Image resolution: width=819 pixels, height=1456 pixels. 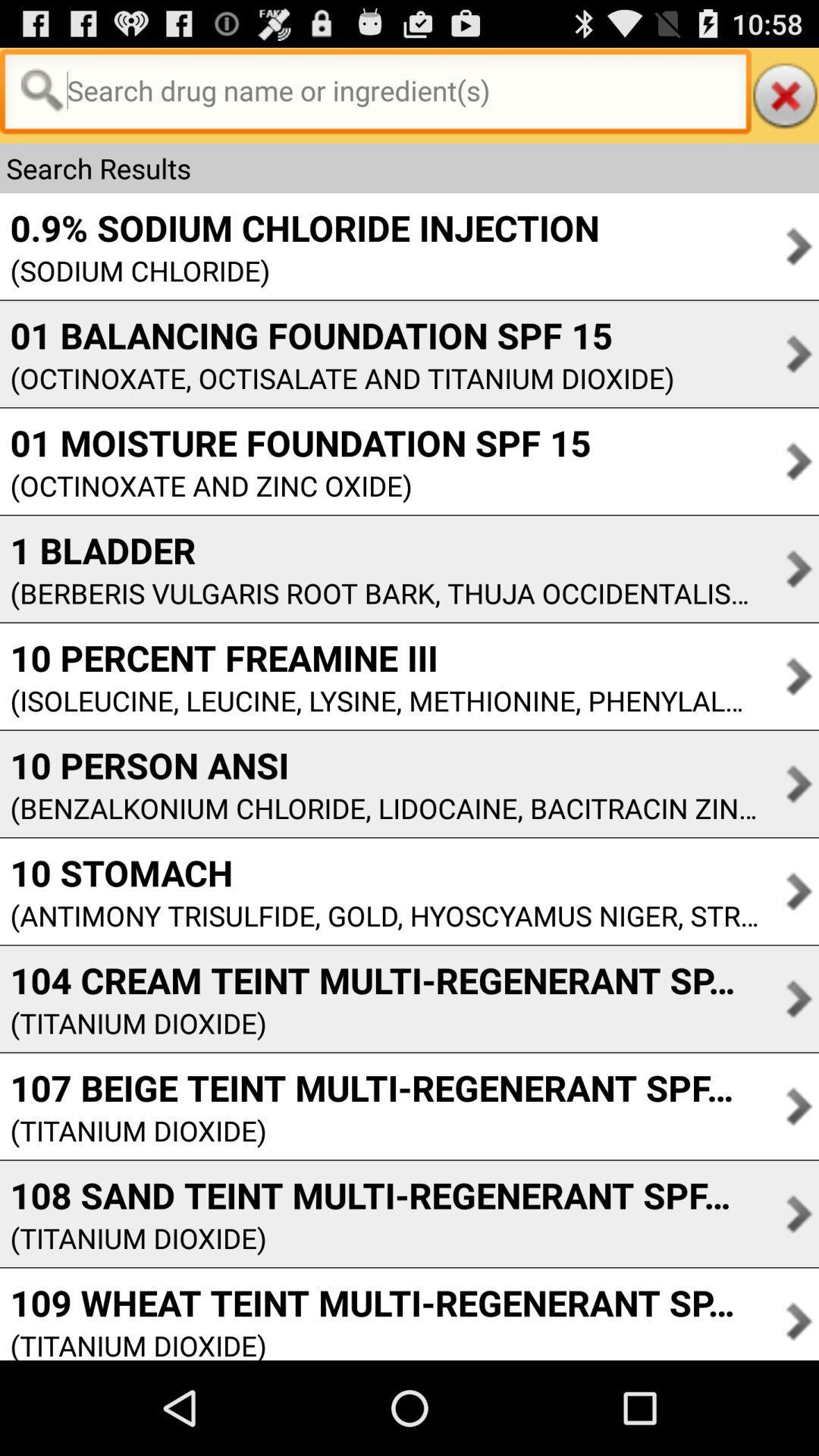 What do you see at coordinates (785, 94) in the screenshot?
I see `the icon above search results` at bounding box center [785, 94].